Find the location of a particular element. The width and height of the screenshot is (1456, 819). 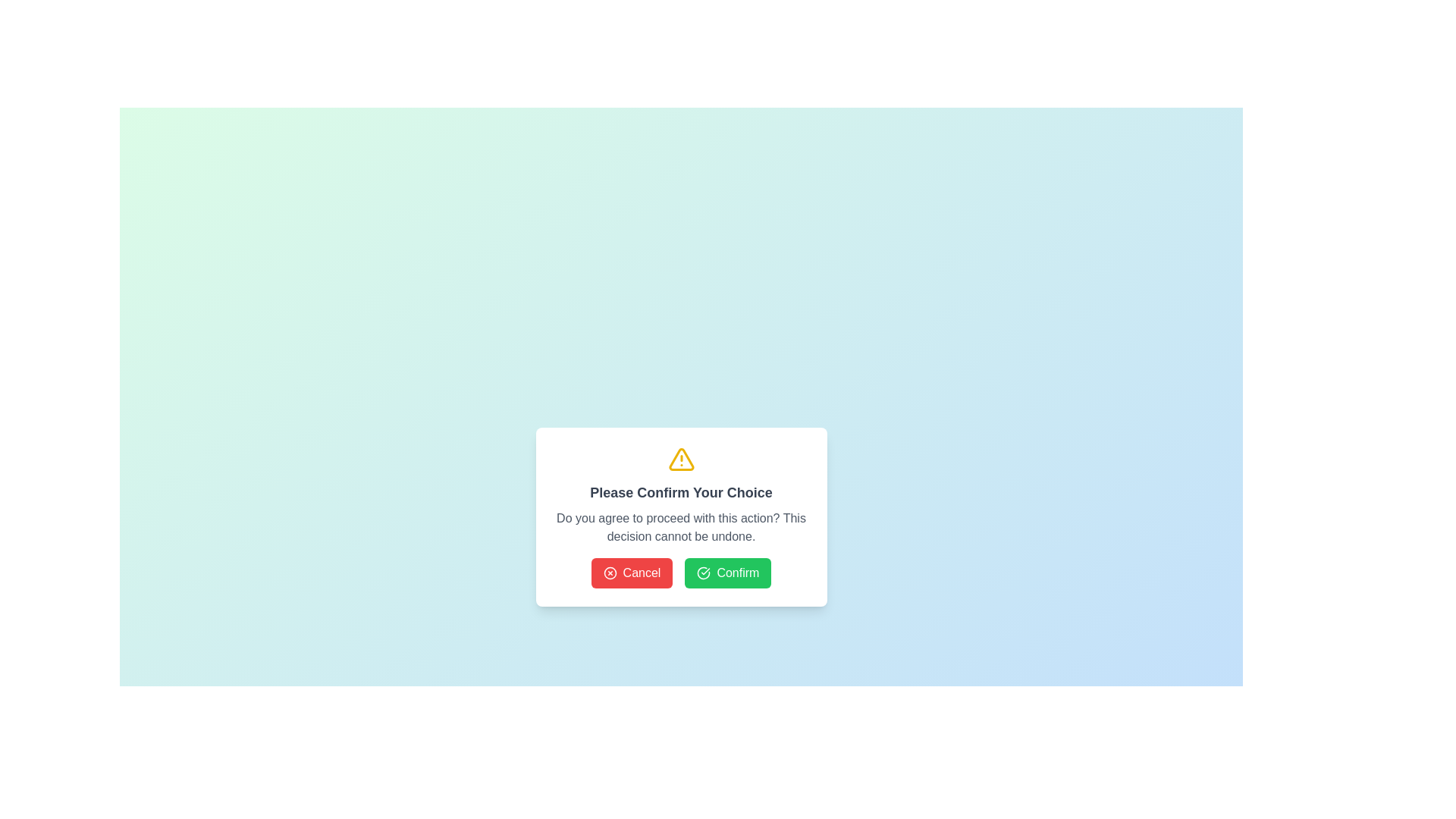

the rounded red 'Cancel' button with white text and an 'X' icon is located at coordinates (632, 573).